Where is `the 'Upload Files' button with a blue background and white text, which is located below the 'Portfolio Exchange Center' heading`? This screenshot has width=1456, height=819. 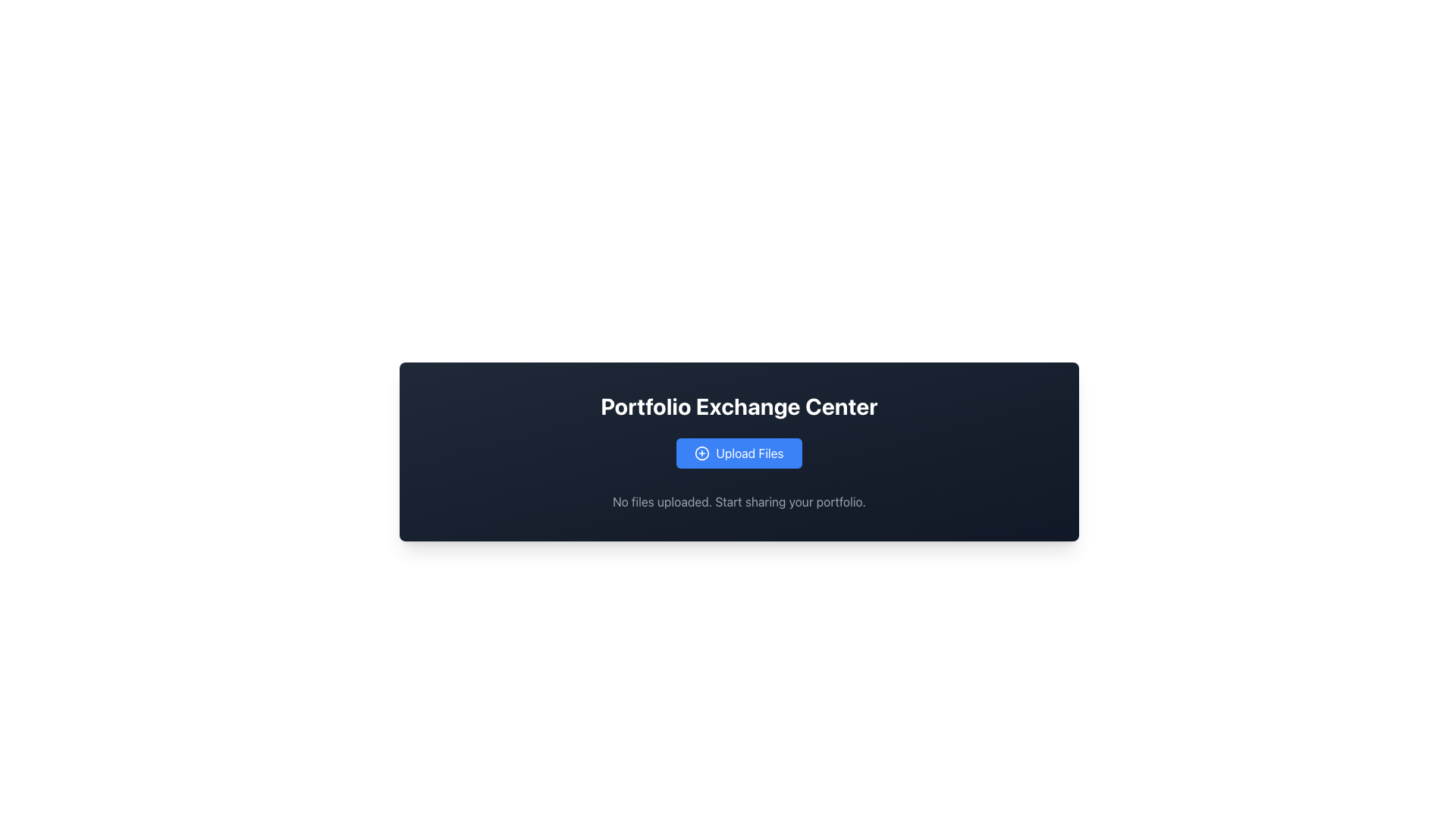
the 'Upload Files' button with a blue background and white text, which is located below the 'Portfolio Exchange Center' heading is located at coordinates (739, 452).